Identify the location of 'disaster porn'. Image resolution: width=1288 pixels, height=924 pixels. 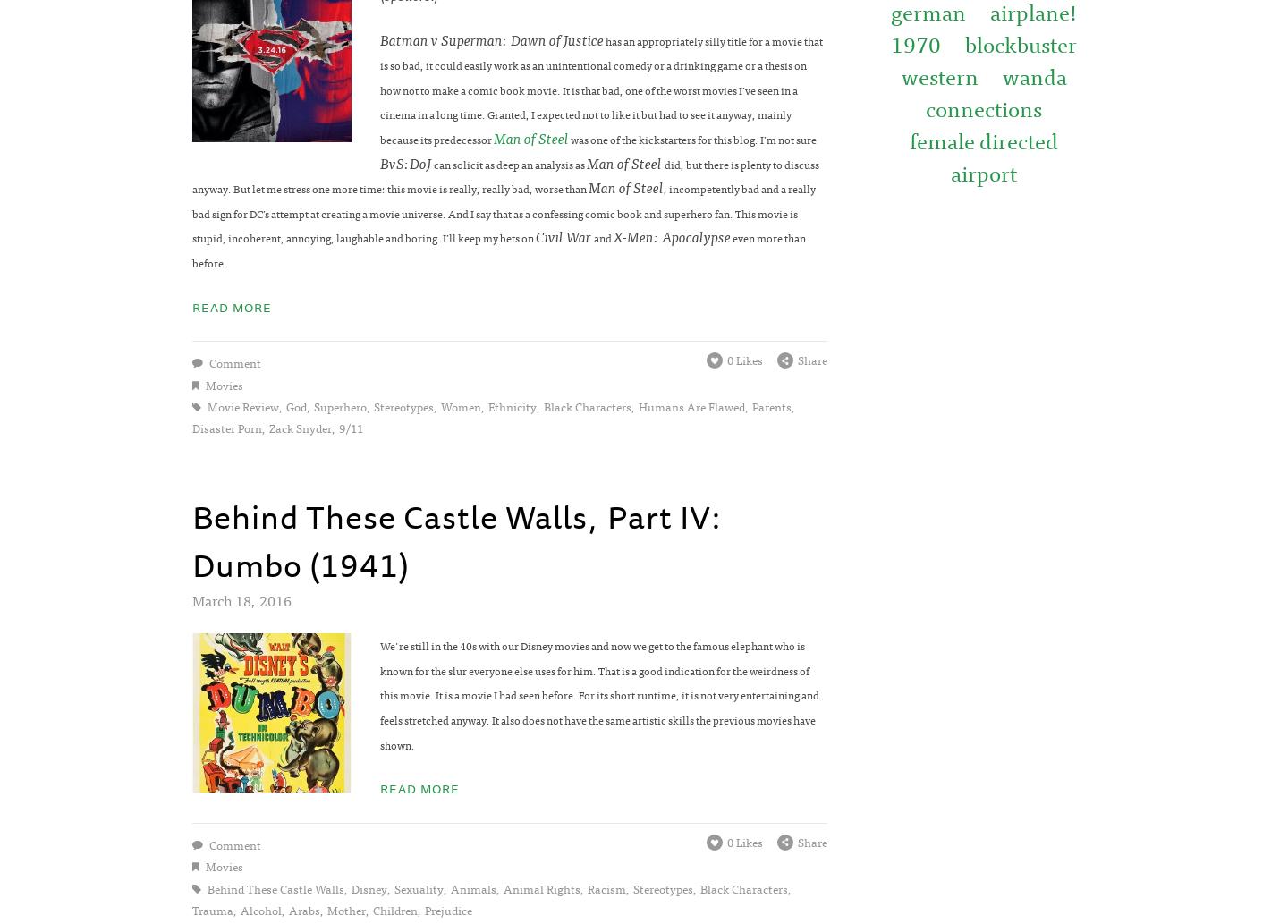
(226, 428).